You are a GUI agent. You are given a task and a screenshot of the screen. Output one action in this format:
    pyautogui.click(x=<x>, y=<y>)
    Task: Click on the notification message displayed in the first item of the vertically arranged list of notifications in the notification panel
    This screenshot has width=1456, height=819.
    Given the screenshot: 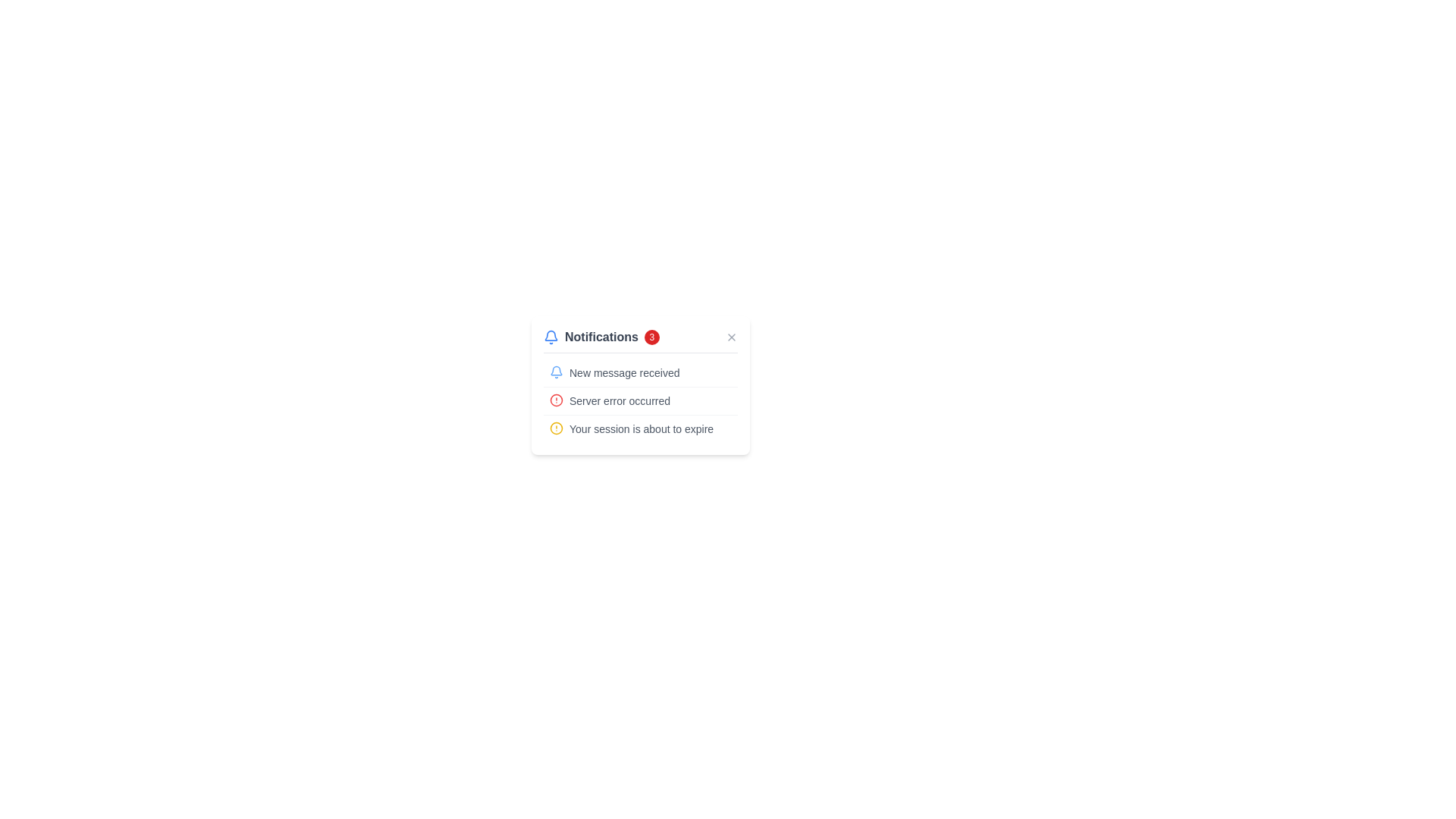 What is the action you would take?
    pyautogui.click(x=640, y=373)
    